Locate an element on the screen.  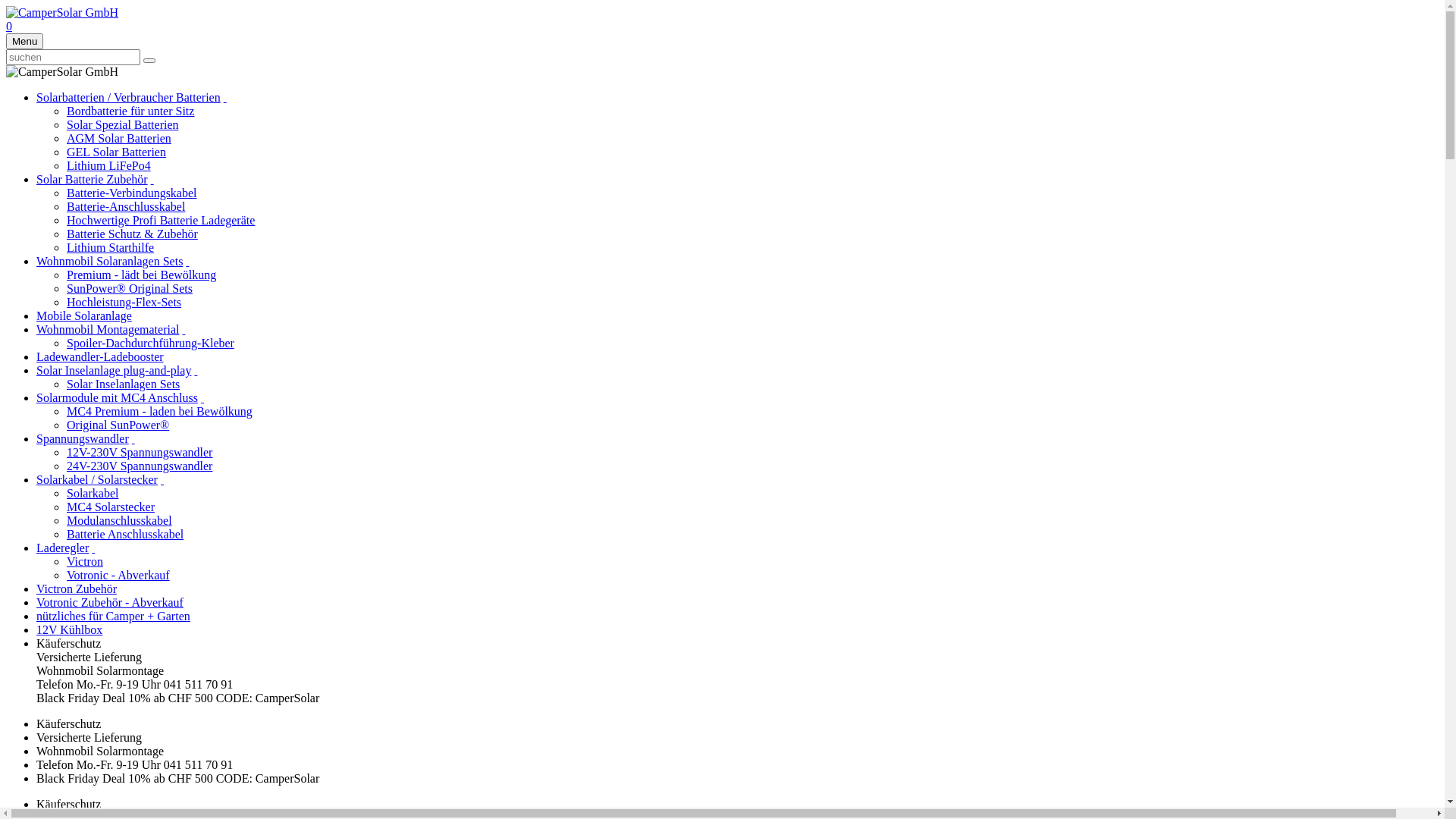
'Batterie Anschlusskabel' is located at coordinates (65, 533).